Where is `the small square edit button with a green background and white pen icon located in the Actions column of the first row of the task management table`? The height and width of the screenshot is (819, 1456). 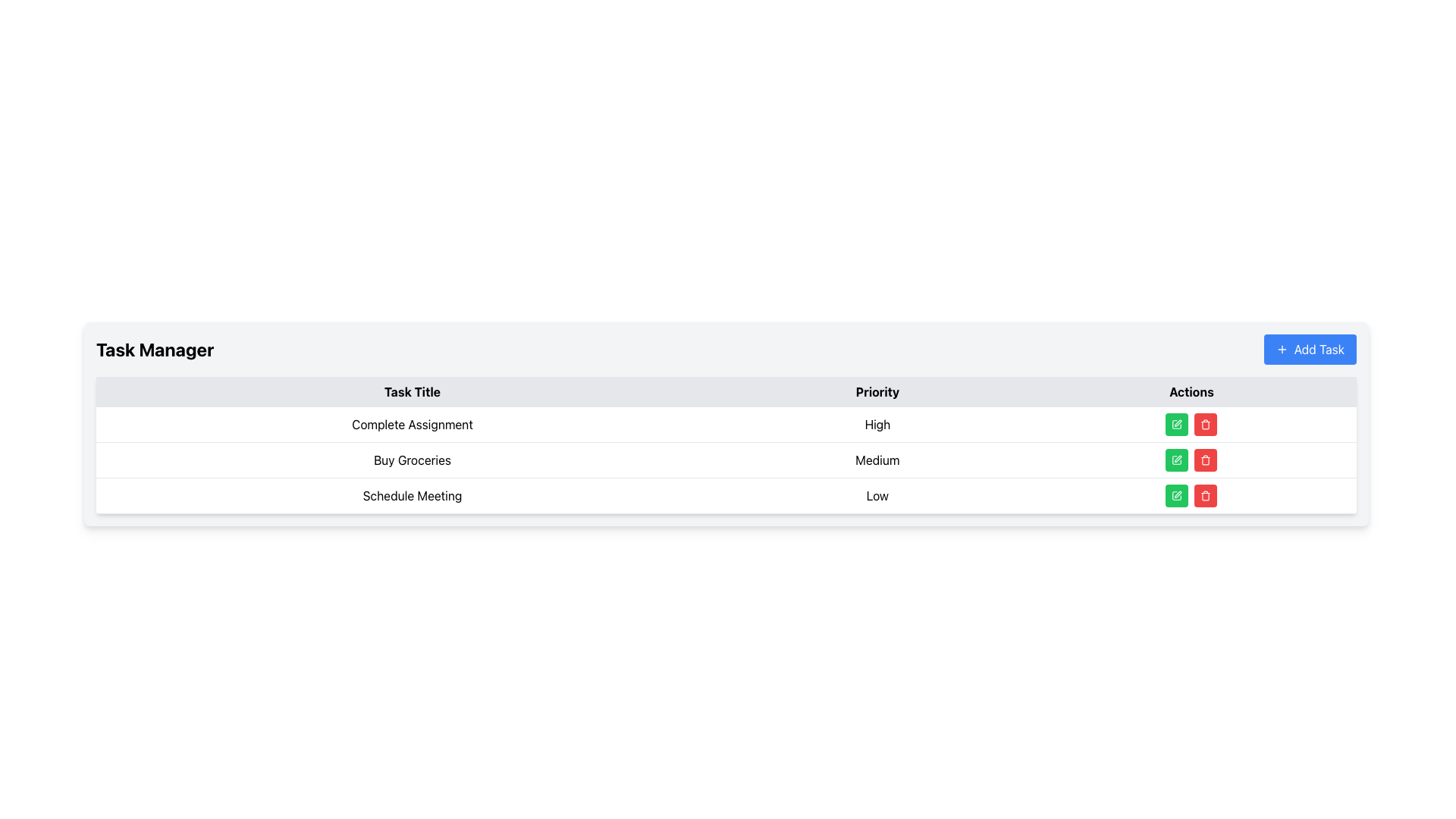 the small square edit button with a green background and white pen icon located in the Actions column of the first row of the task management table is located at coordinates (1176, 424).